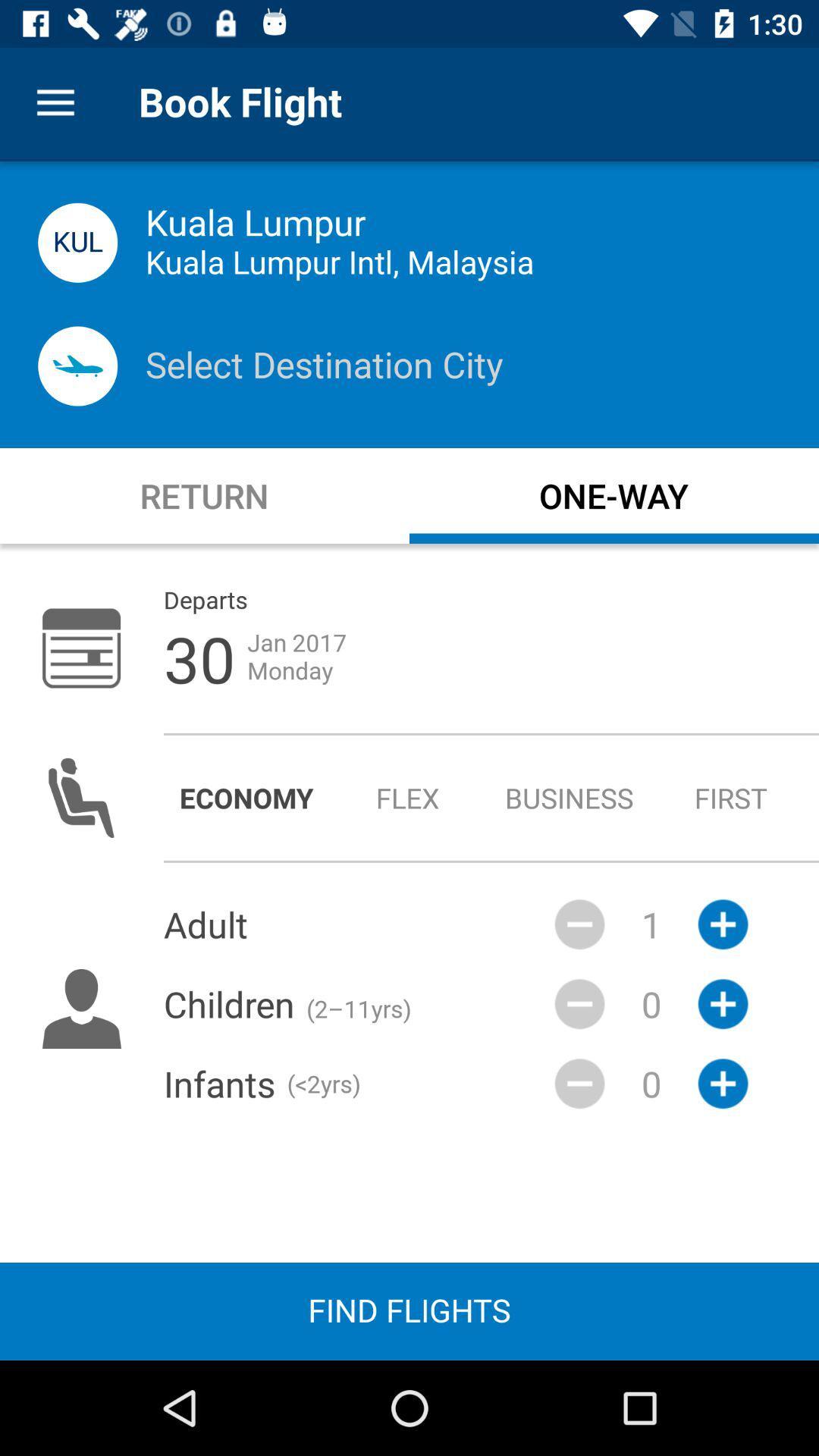 This screenshot has width=819, height=1456. I want to click on item next to the business radio button, so click(730, 797).